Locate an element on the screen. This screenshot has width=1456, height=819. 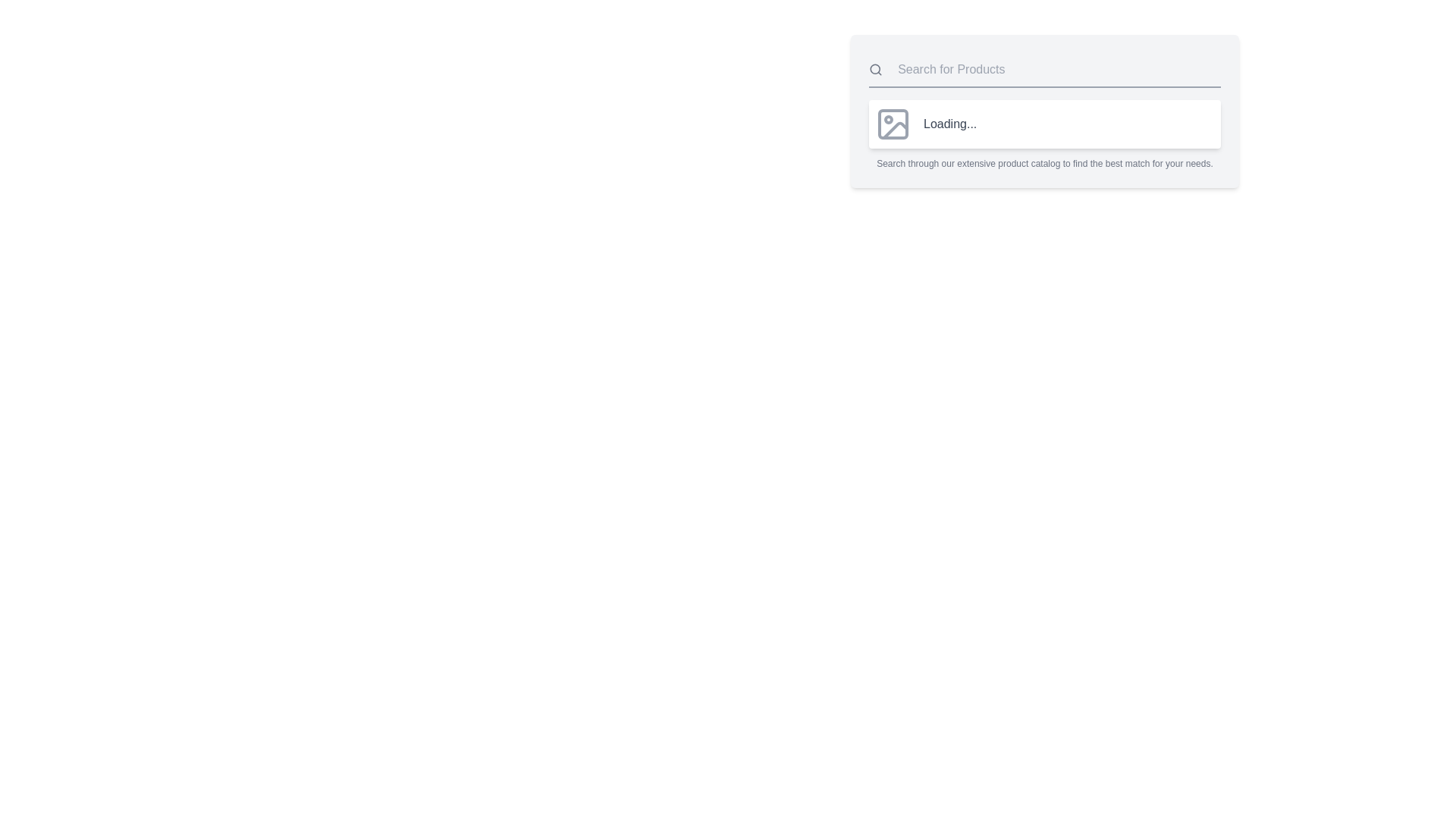
the search icon located to the left of the 'Search for Products' text input field is located at coordinates (876, 70).